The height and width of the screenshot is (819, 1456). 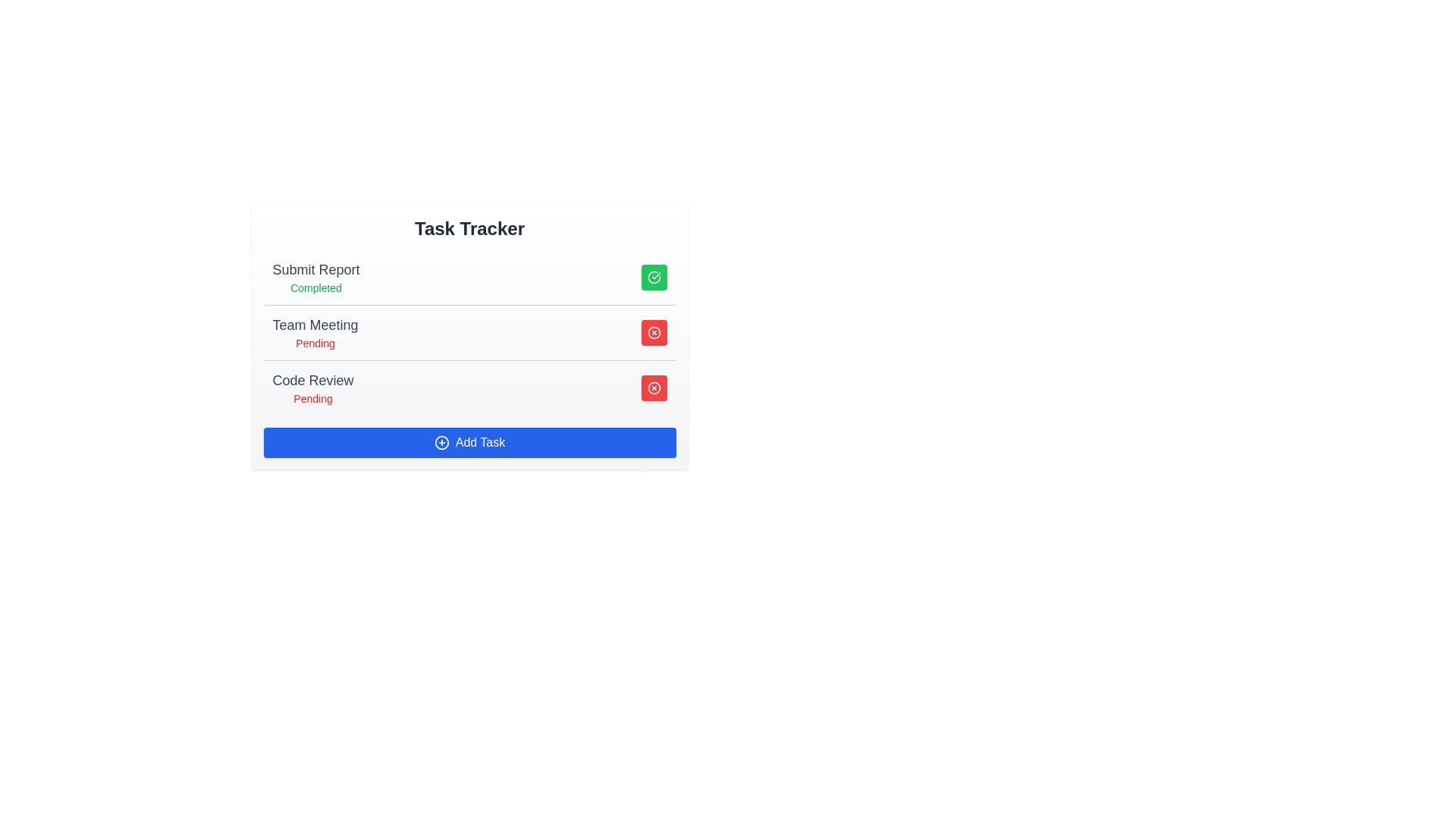 What do you see at coordinates (654, 332) in the screenshot?
I see `the decorative cancel icon (circle within an SVG graphic) in the last row entry labeled 'Code Review' in the task list` at bounding box center [654, 332].